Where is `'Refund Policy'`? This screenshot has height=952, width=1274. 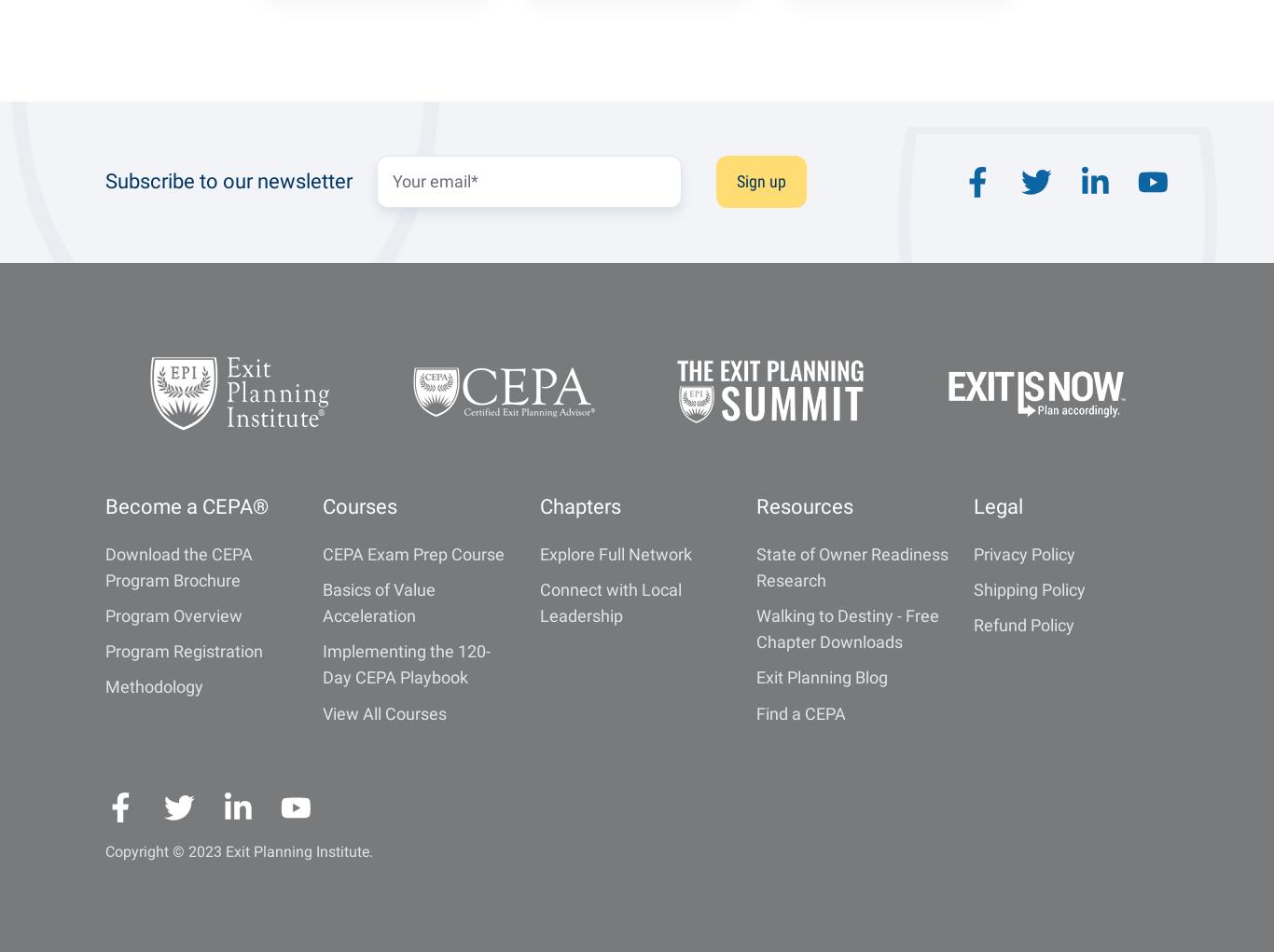
'Refund Policy' is located at coordinates (1022, 625).